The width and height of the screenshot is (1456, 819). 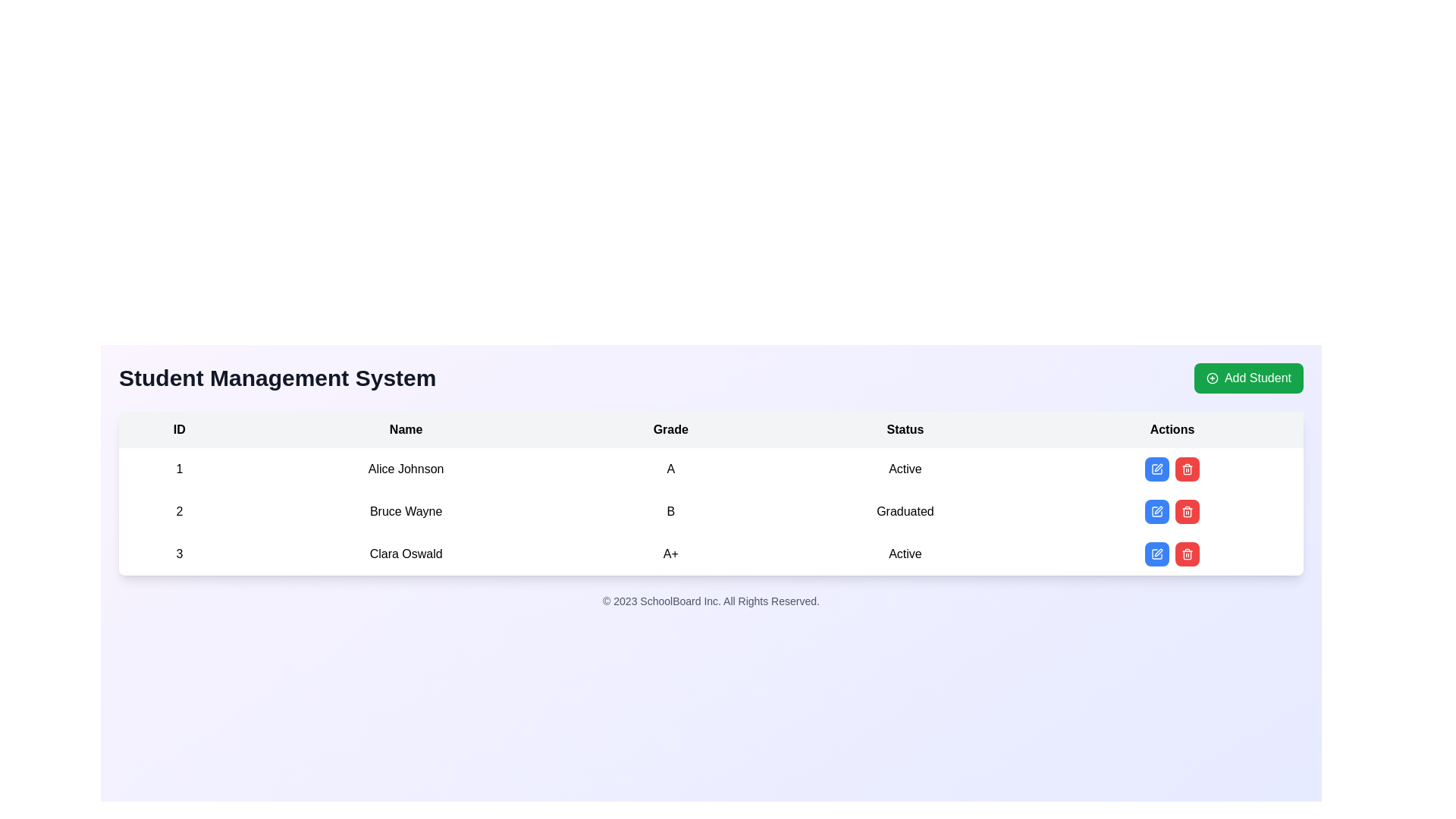 What do you see at coordinates (905, 430) in the screenshot?
I see `label text 'Status' which is displayed in bold black on a light gray background, located in the fourth cell of the table header` at bounding box center [905, 430].